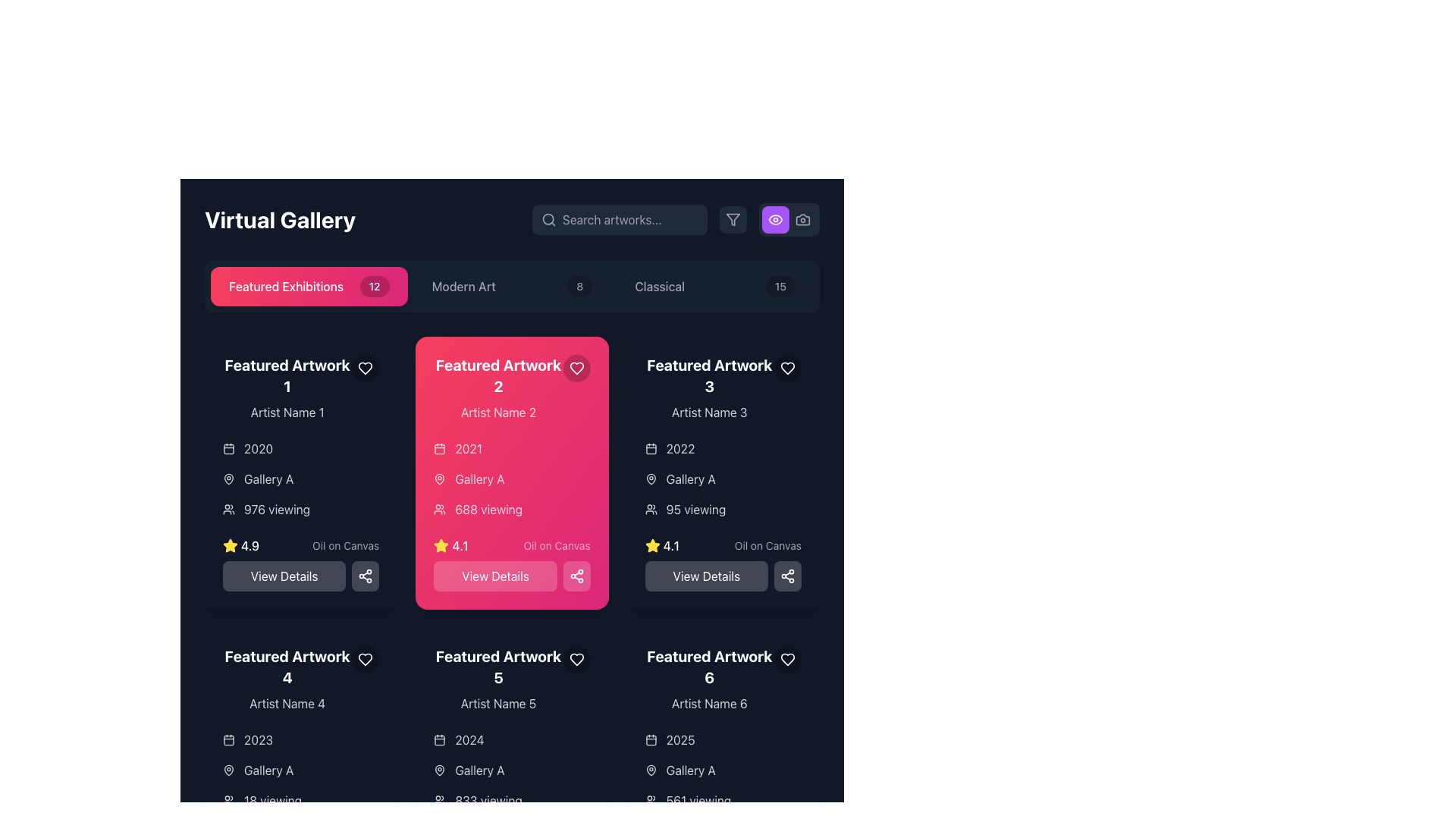 The height and width of the screenshot is (819, 1456). I want to click on the filter icon button, which is a light gray funnel shape located in the top-right corner of the interface, adjacent to a camera icon and a search bar, so click(733, 219).